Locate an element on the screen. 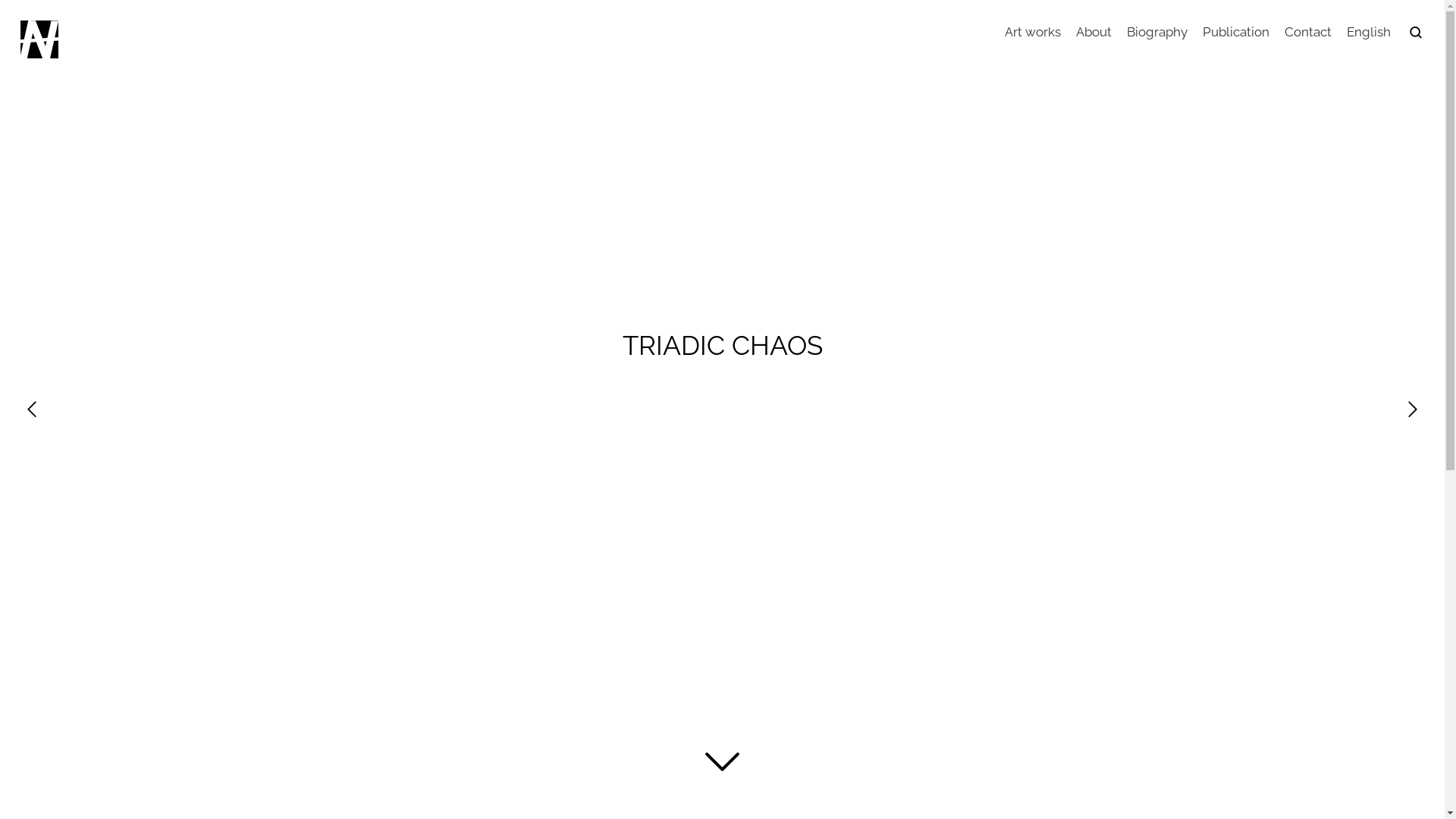 Image resolution: width=1456 pixels, height=819 pixels. 'Publication' is located at coordinates (1236, 32).